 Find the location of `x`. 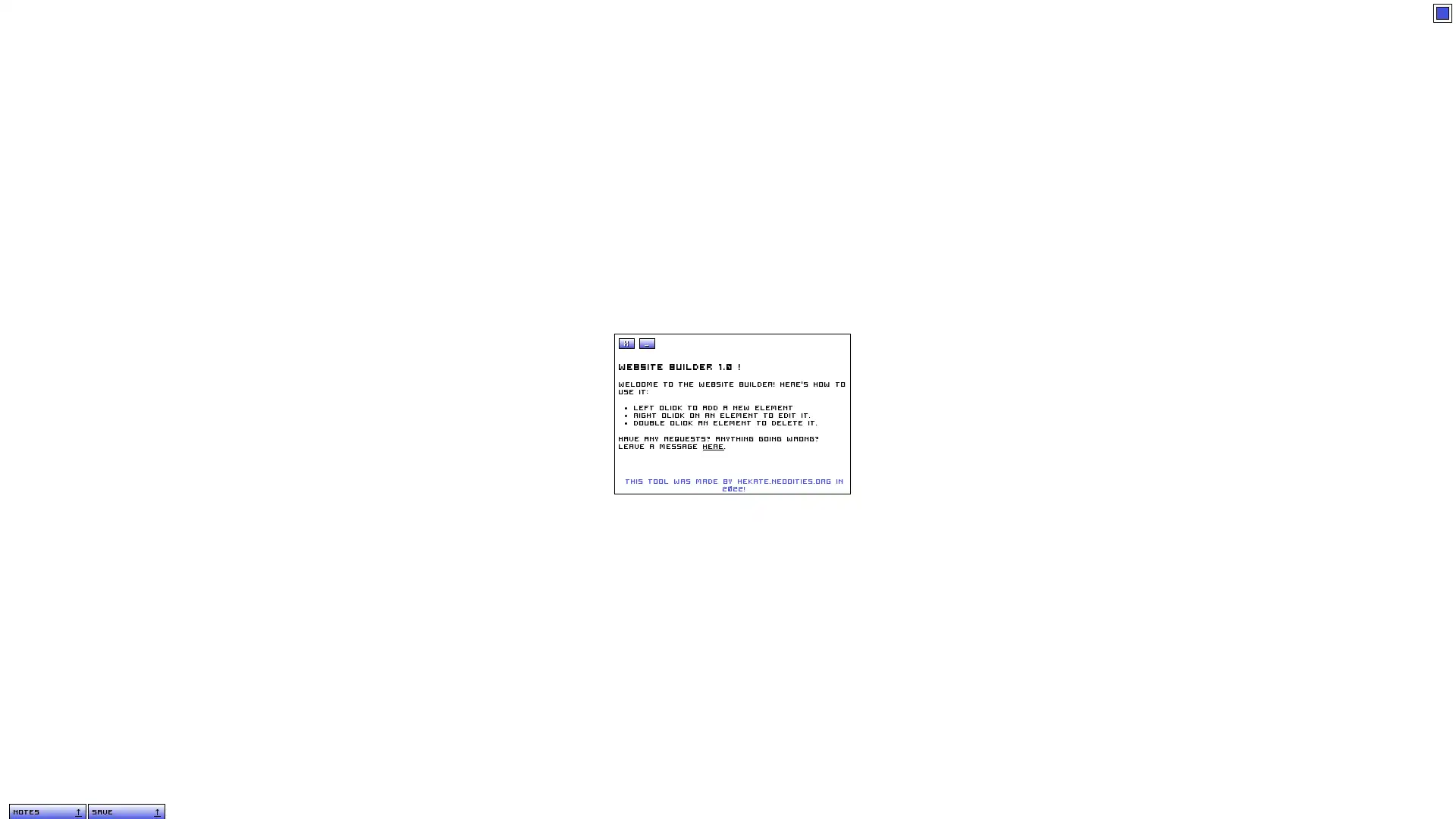

x is located at coordinates (626, 343).